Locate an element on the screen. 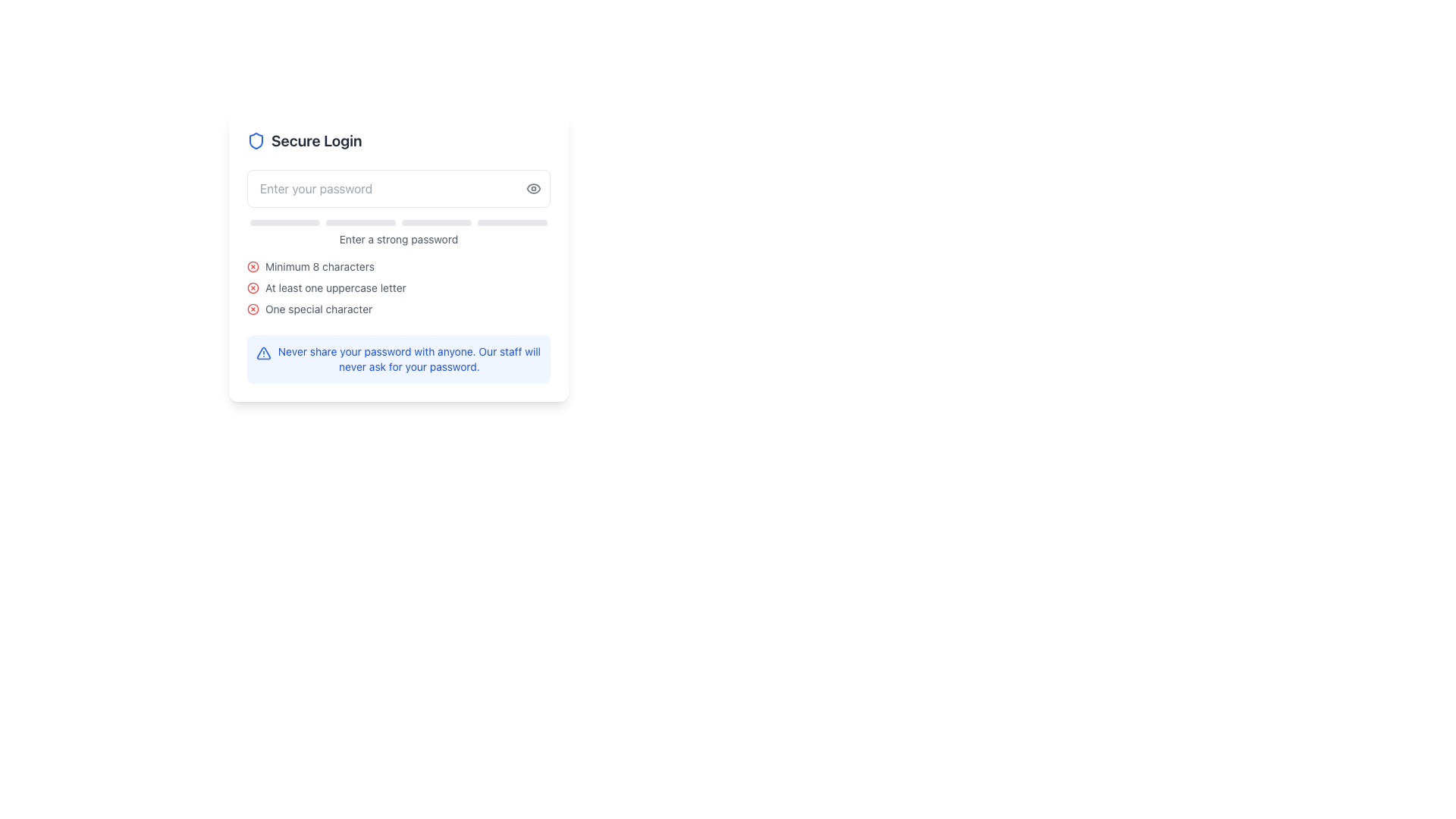 The width and height of the screenshot is (1456, 819). the informational text that reads 'Minimum 8 characters', which is styled in gray and located below the password input field in the password requirement guidelines is located at coordinates (319, 265).